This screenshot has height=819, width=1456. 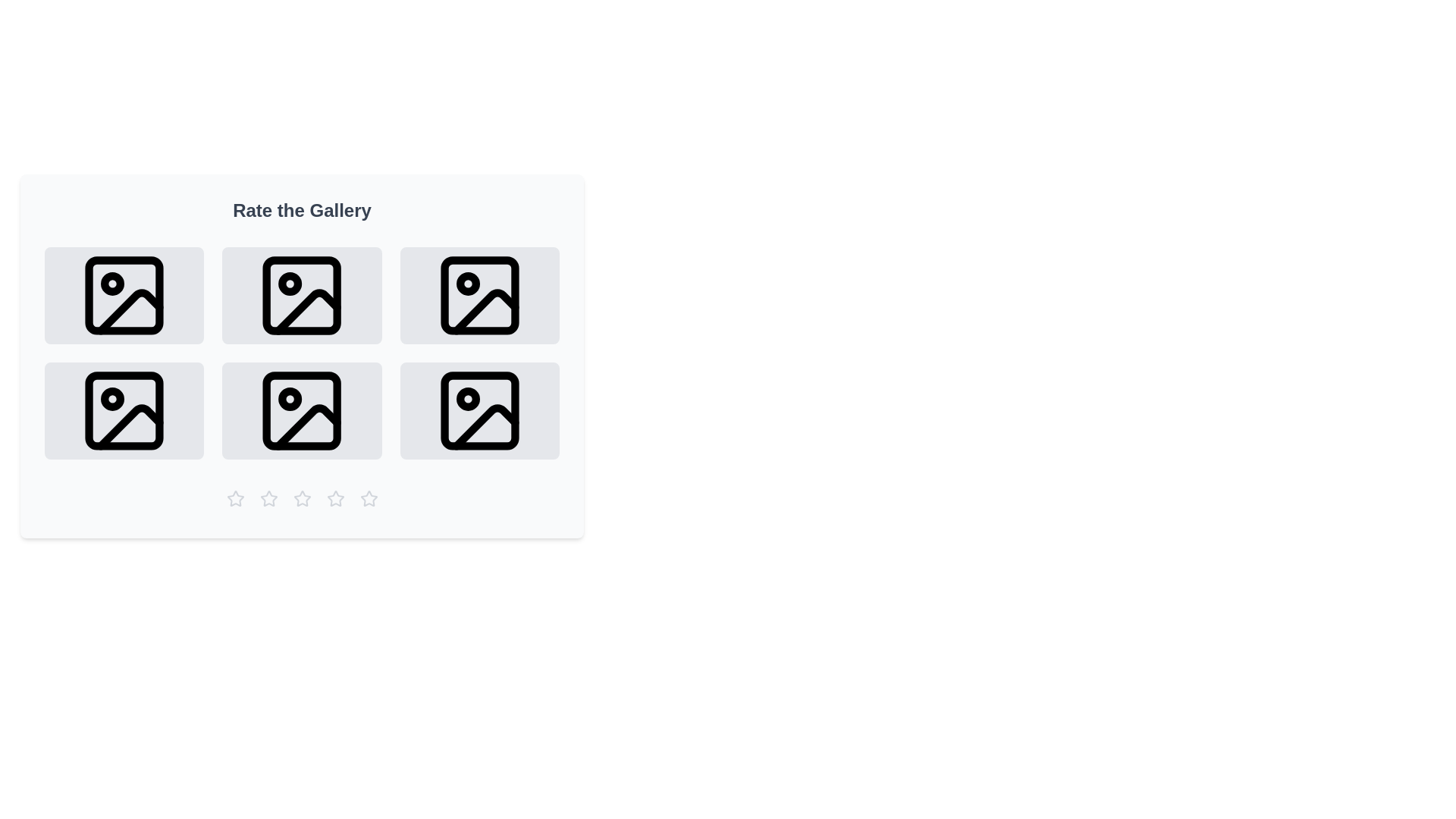 I want to click on the star rating button corresponding to 5 stars, so click(x=369, y=499).